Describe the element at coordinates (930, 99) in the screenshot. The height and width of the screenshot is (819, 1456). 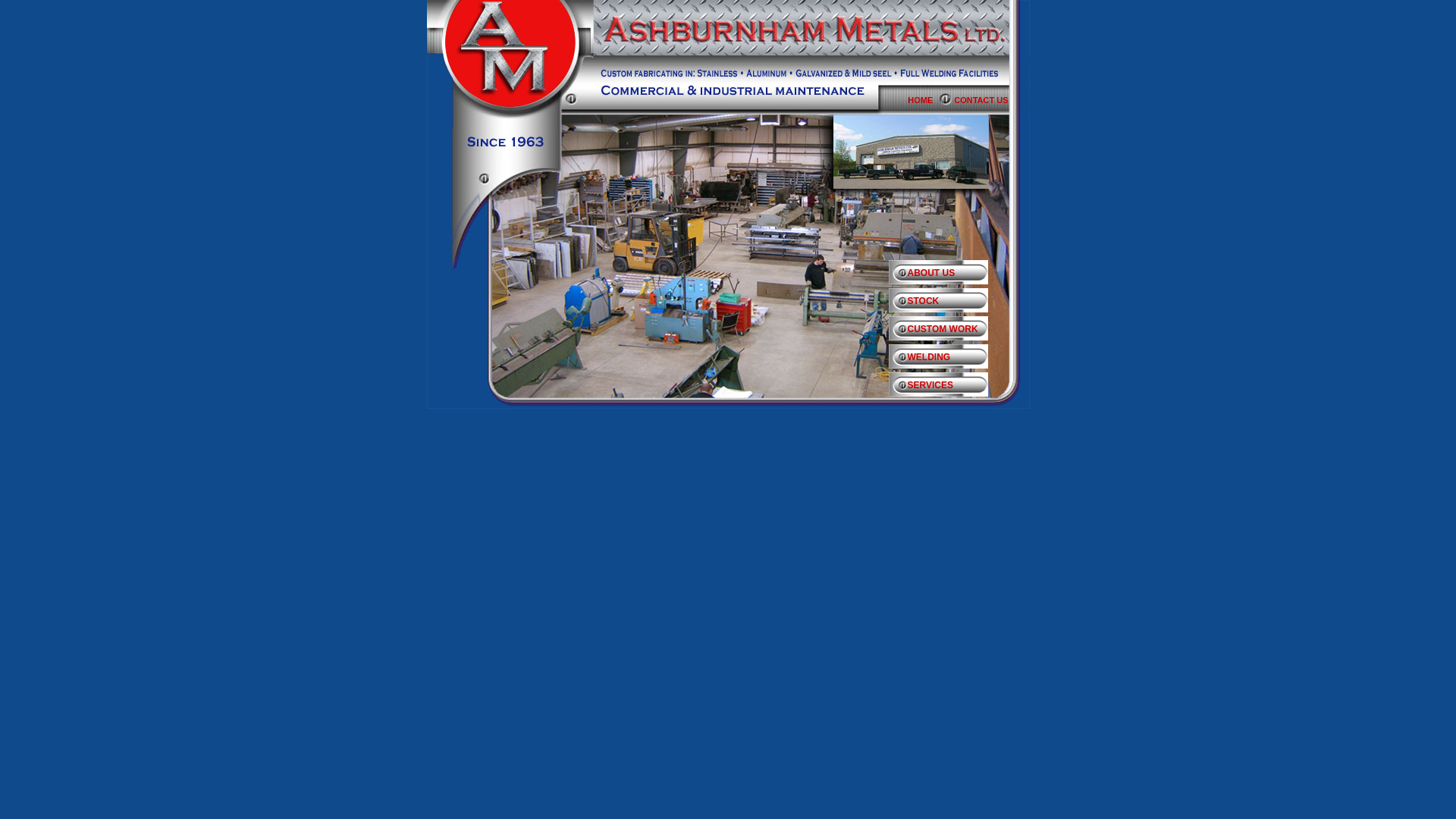
I see `'HOME'` at that location.